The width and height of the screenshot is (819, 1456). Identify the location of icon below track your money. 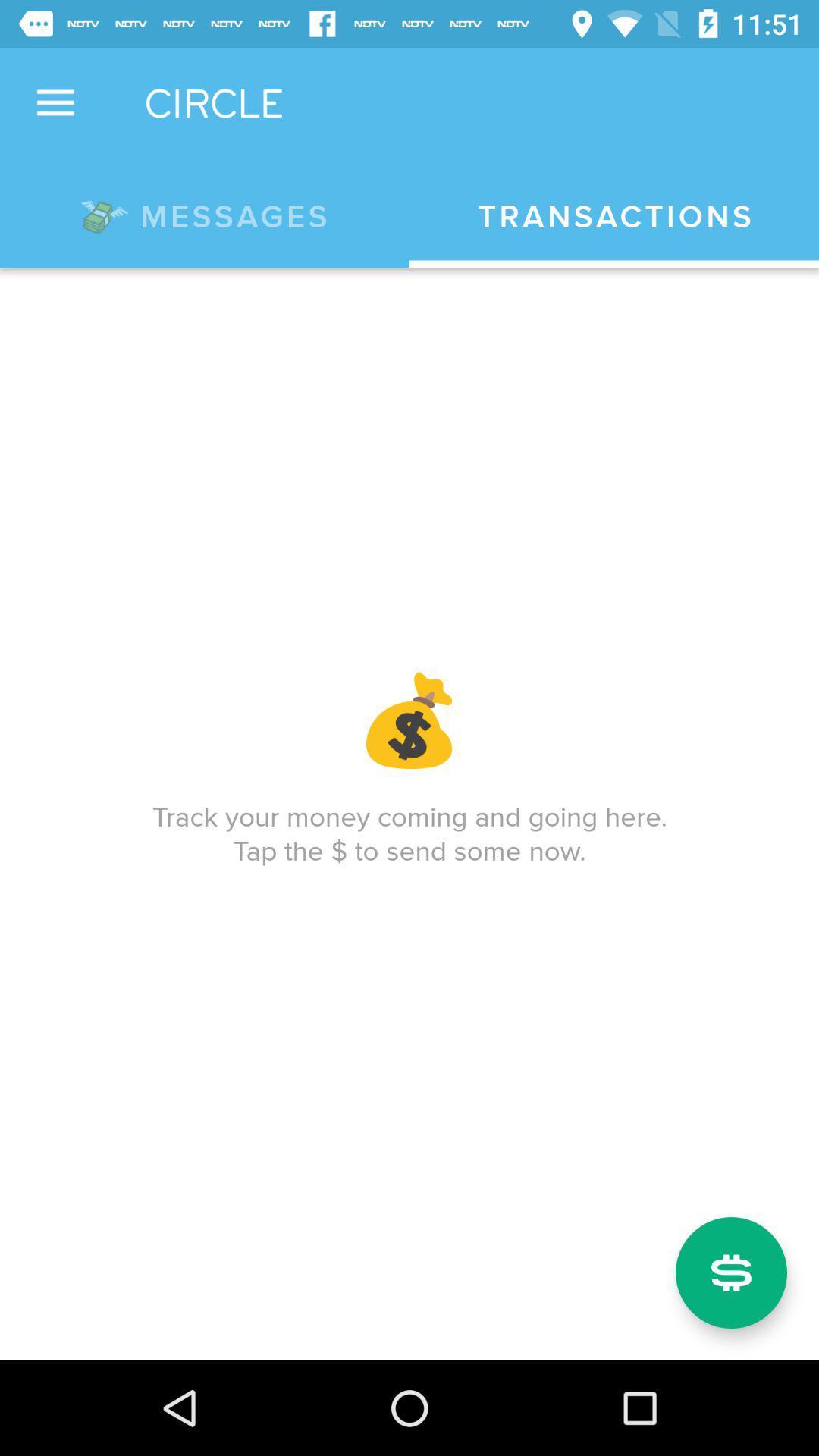
(730, 1272).